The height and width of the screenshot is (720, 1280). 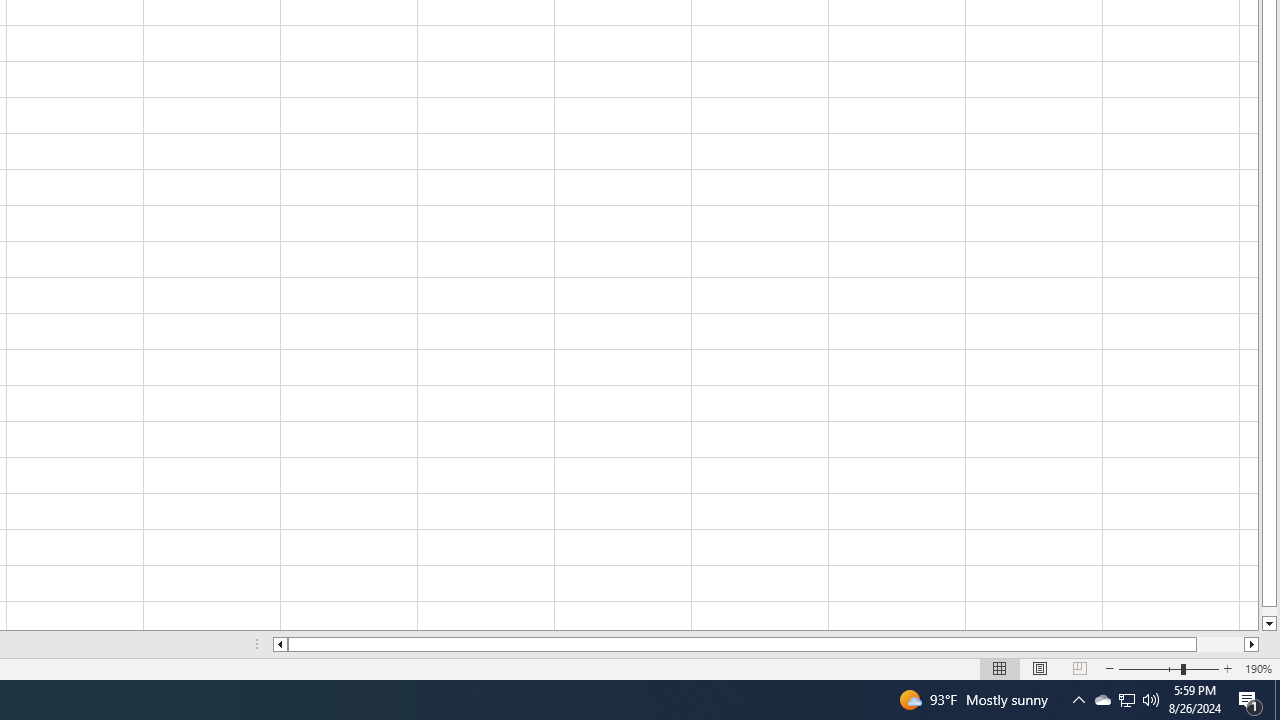 What do you see at coordinates (765, 644) in the screenshot?
I see `'Class: NetUIScrollBar'` at bounding box center [765, 644].